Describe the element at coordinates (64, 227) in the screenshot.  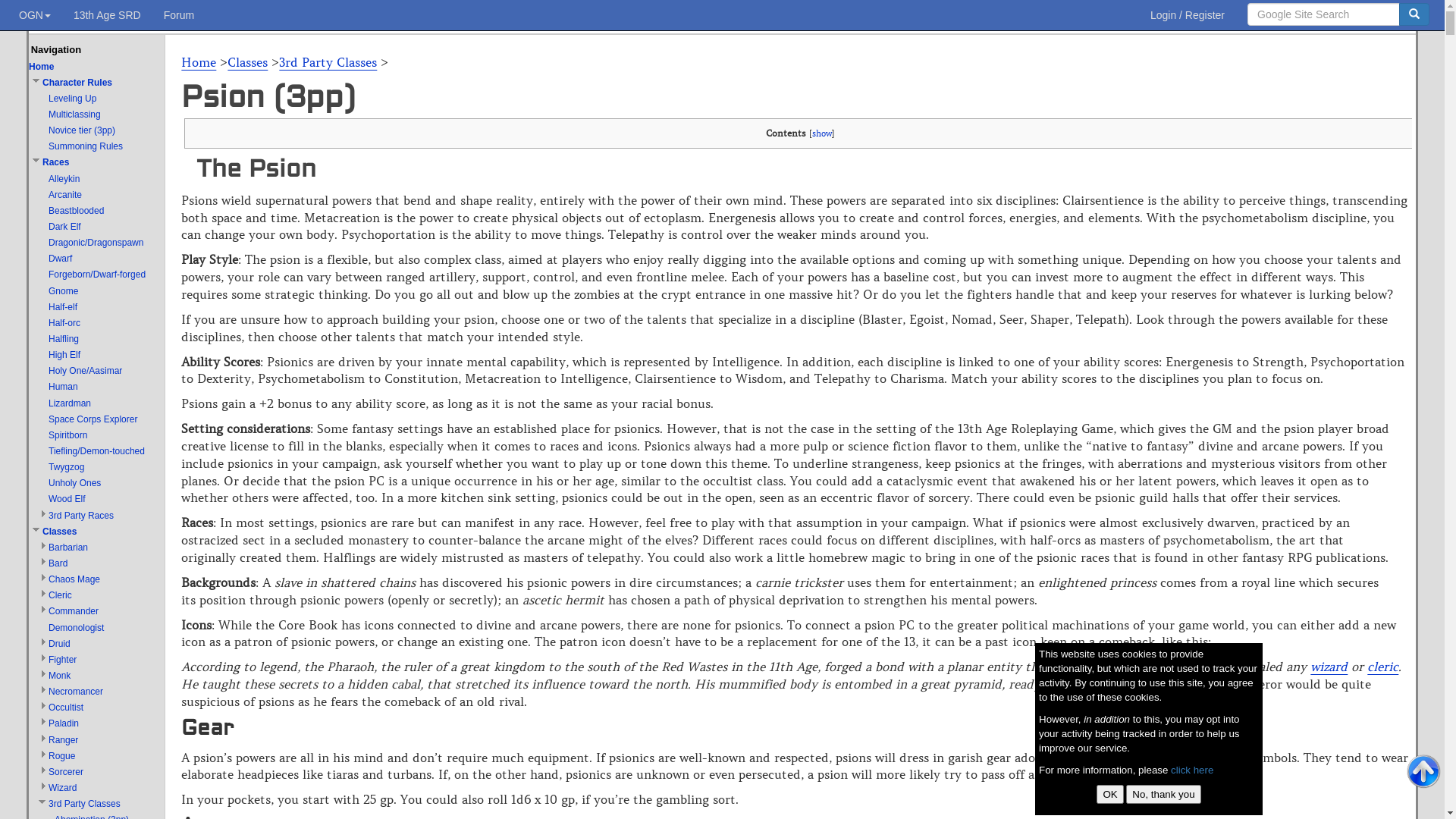
I see `'Dark Elf'` at that location.